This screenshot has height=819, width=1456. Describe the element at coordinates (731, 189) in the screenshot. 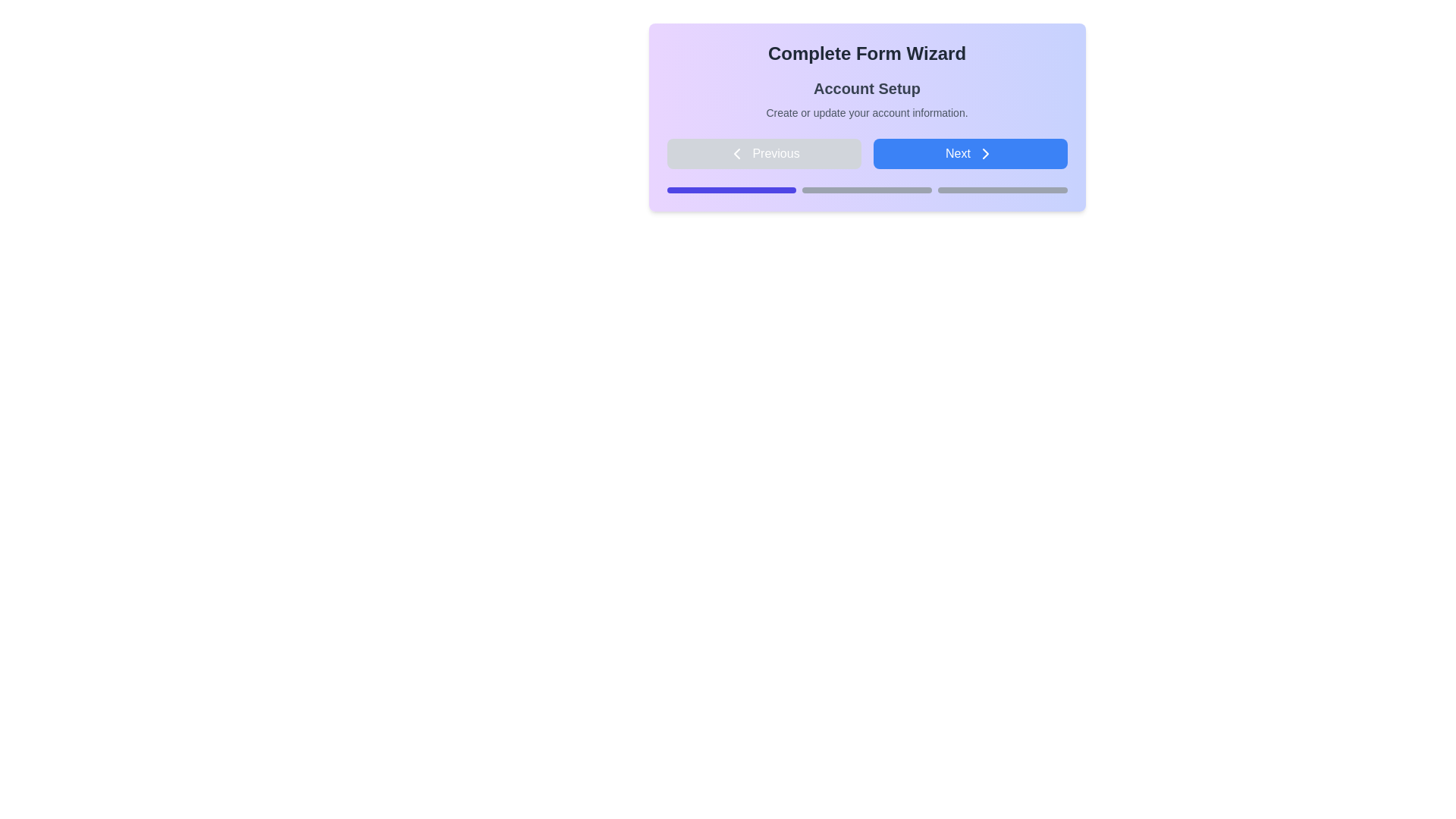

I see `the first progress indicator in the horizontal sequence below the 'Previous' and 'Next' buttons of the wizard interface` at that location.